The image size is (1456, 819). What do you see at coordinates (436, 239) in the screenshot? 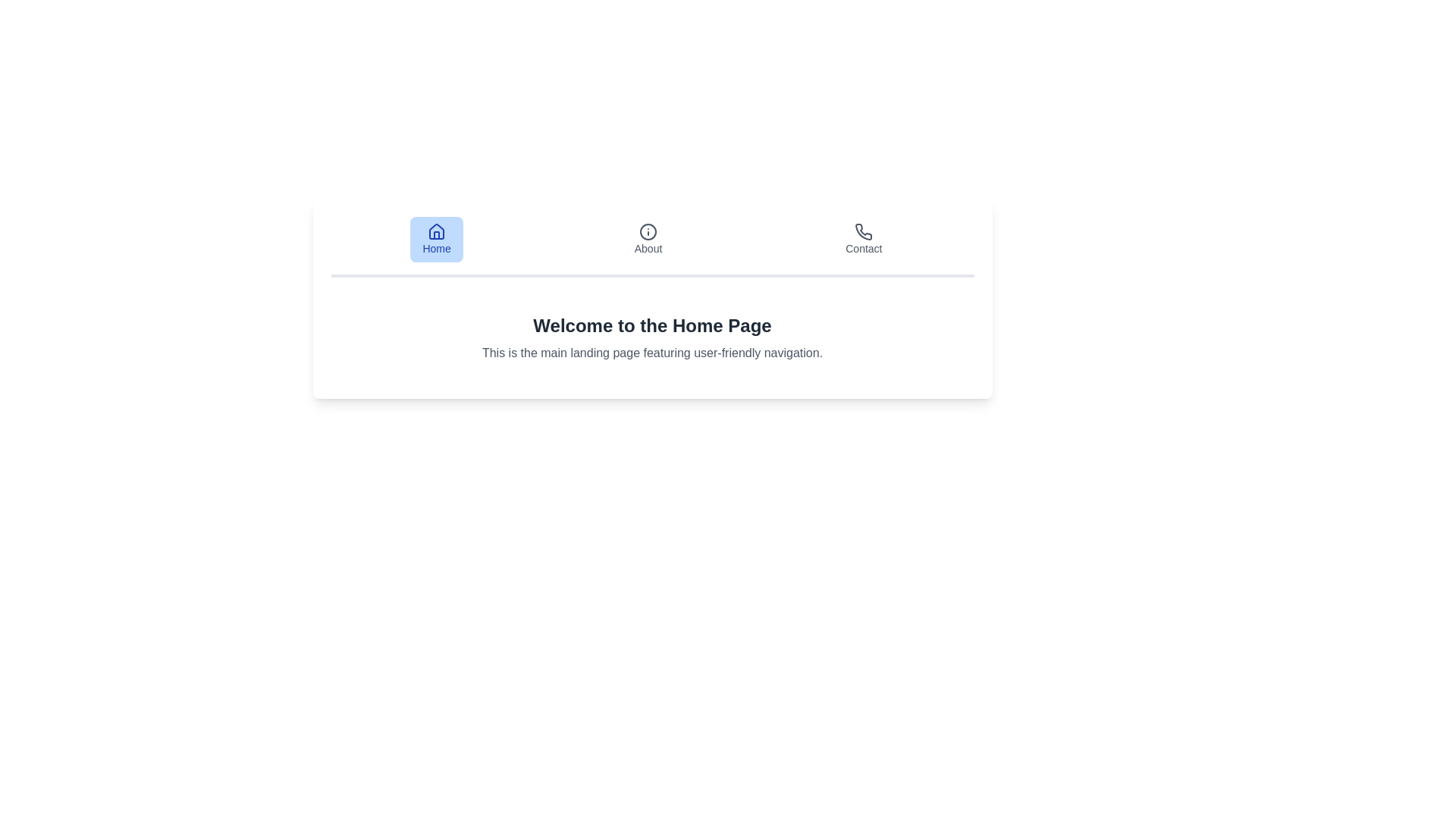
I see `the Home tab to view its content` at bounding box center [436, 239].